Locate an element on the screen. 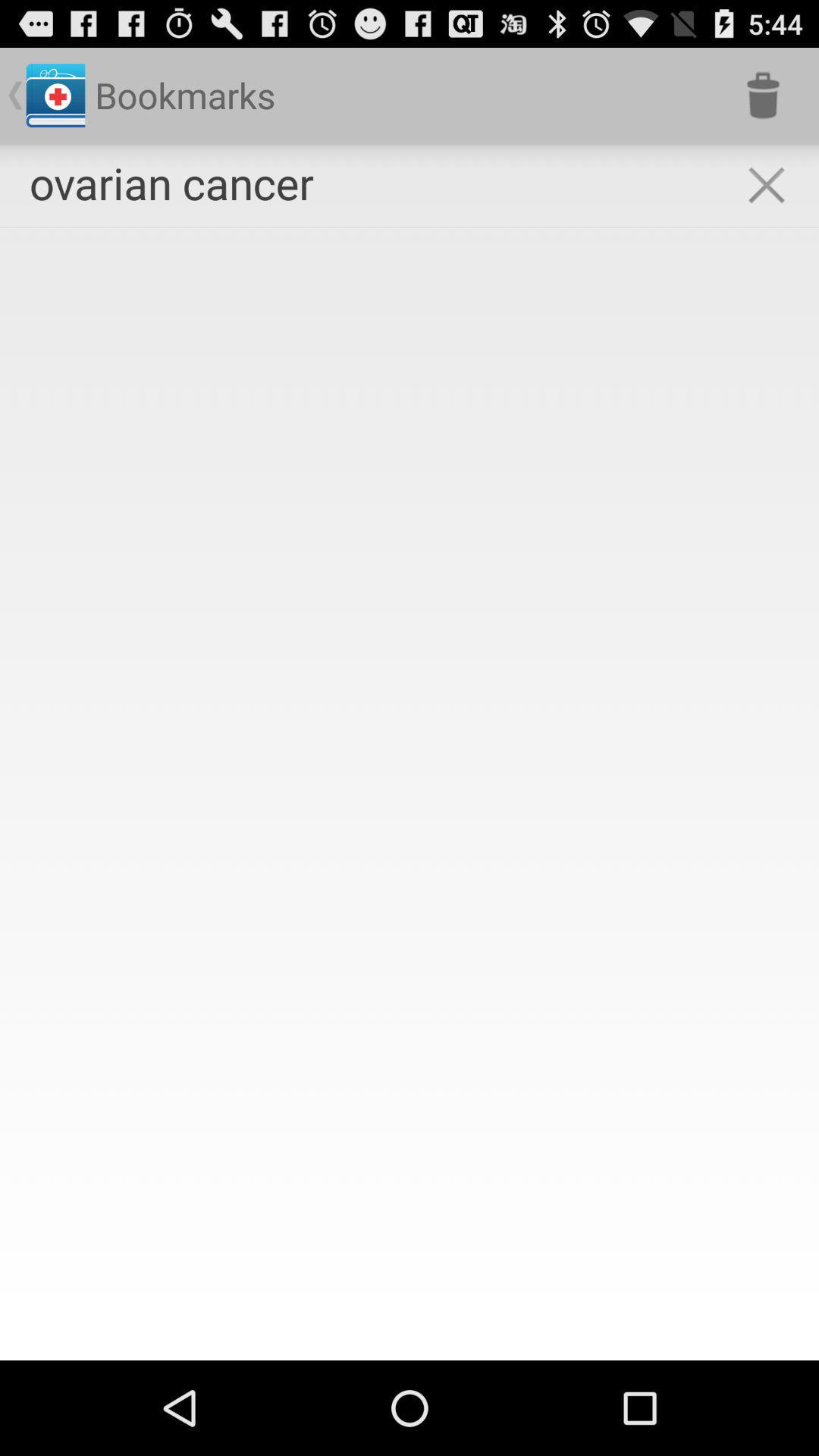 The width and height of the screenshot is (819, 1456). icon to the right of the ovarian cancer item is located at coordinates (766, 184).